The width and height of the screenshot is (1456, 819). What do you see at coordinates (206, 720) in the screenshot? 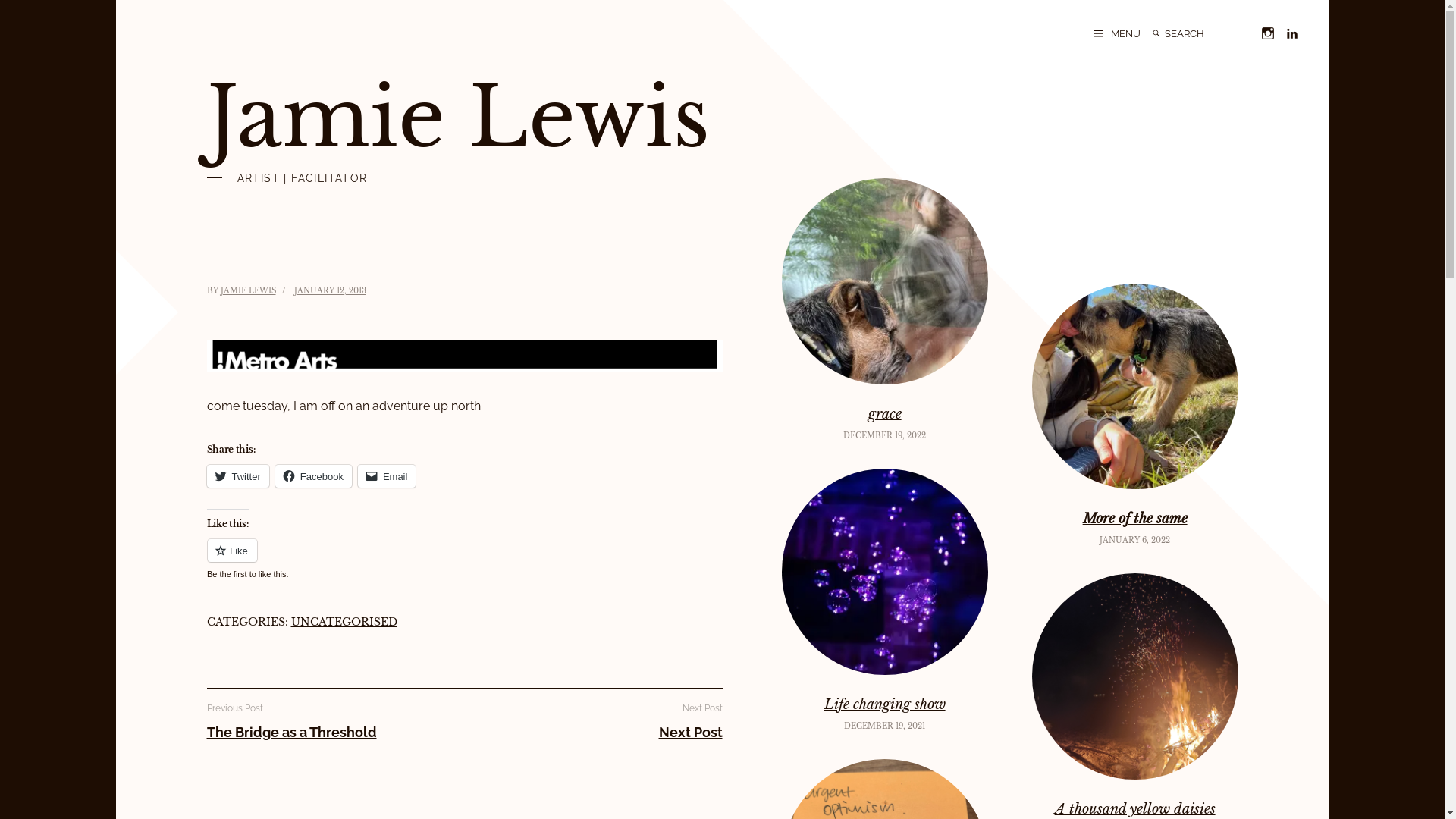
I see `'Previous Post` at bounding box center [206, 720].